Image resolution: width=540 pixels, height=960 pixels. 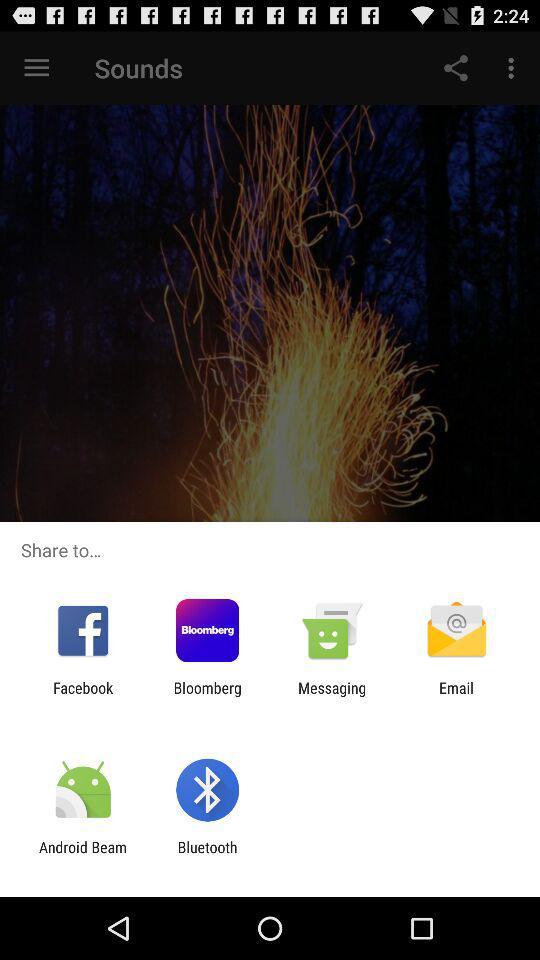 I want to click on app at the bottom right corner, so click(x=456, y=696).